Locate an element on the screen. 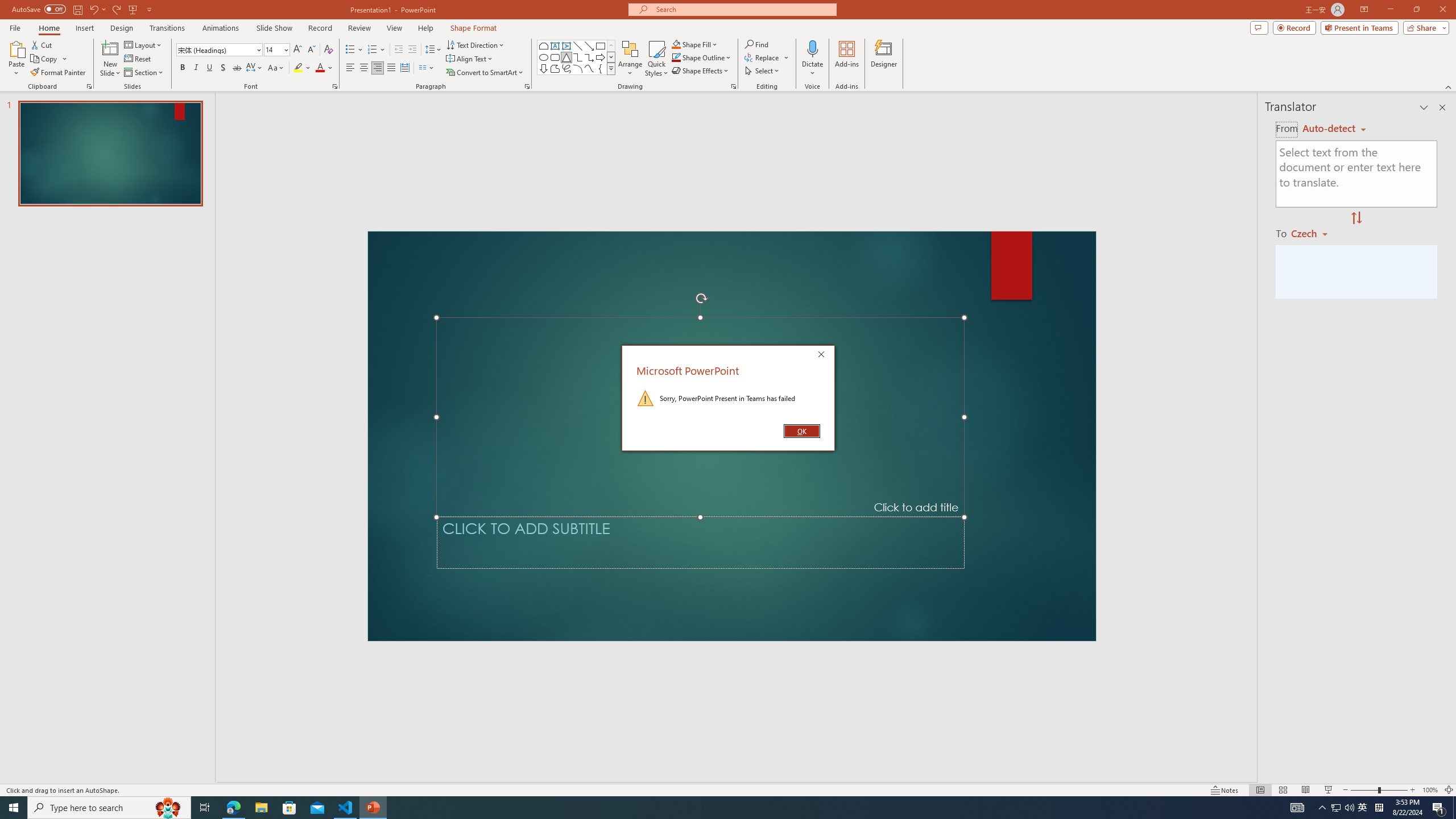 The image size is (1456, 819). 'Shape Outline Blue, Accent 1' is located at coordinates (676, 56).